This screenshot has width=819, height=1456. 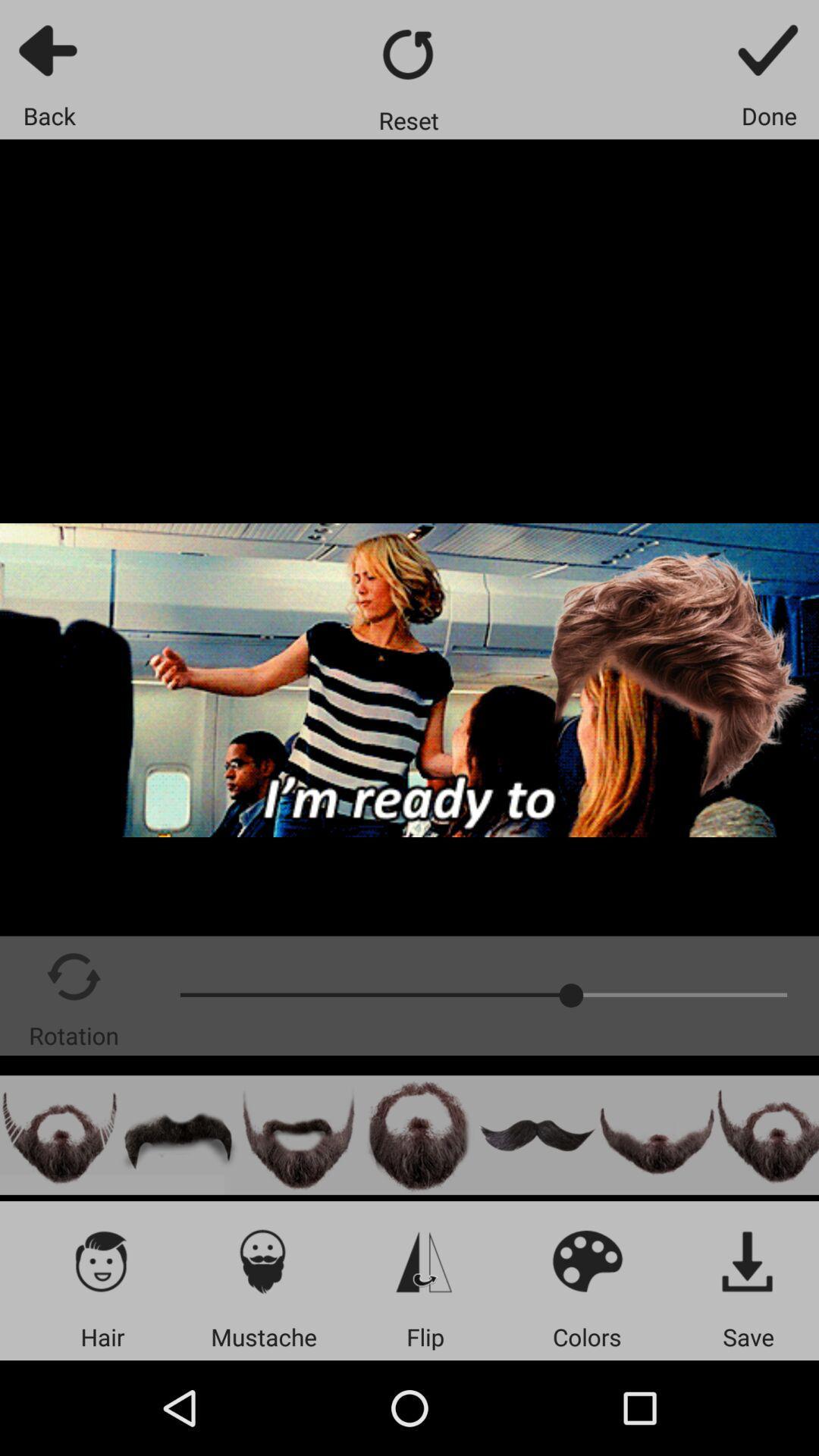 What do you see at coordinates (102, 1260) in the screenshot?
I see `the app above the hair item` at bounding box center [102, 1260].